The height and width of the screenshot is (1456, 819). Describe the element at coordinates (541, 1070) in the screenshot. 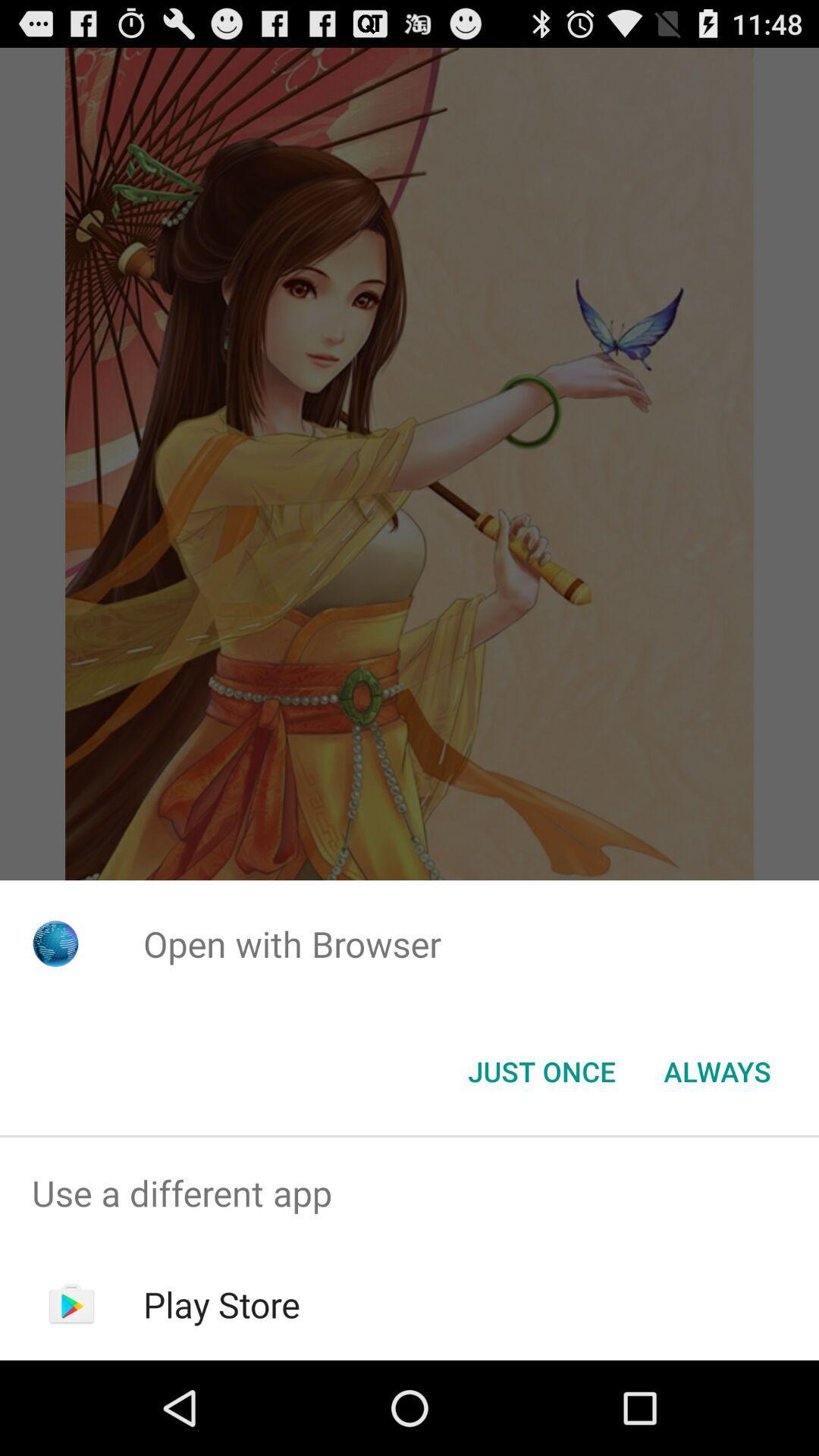

I see `just once button` at that location.